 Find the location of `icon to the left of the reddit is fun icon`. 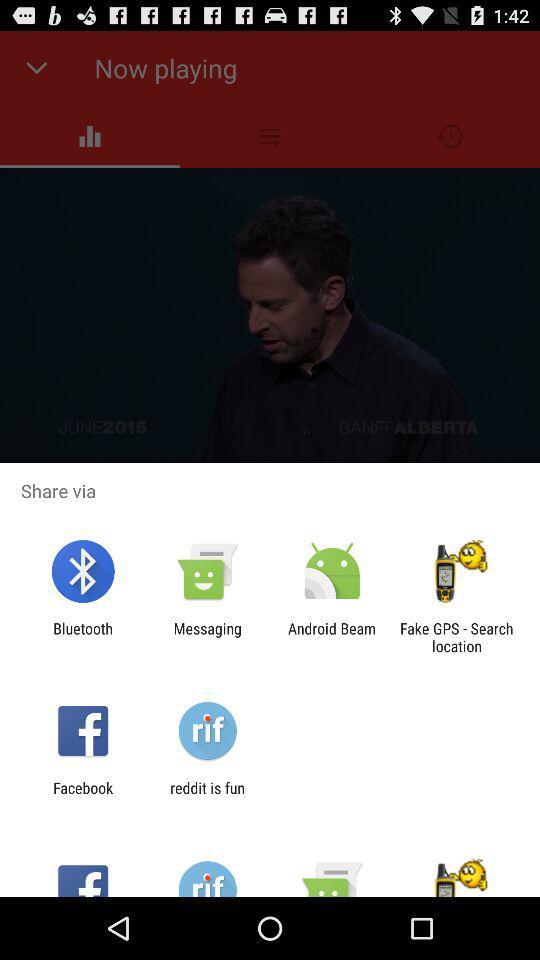

icon to the left of the reddit is fun icon is located at coordinates (82, 796).